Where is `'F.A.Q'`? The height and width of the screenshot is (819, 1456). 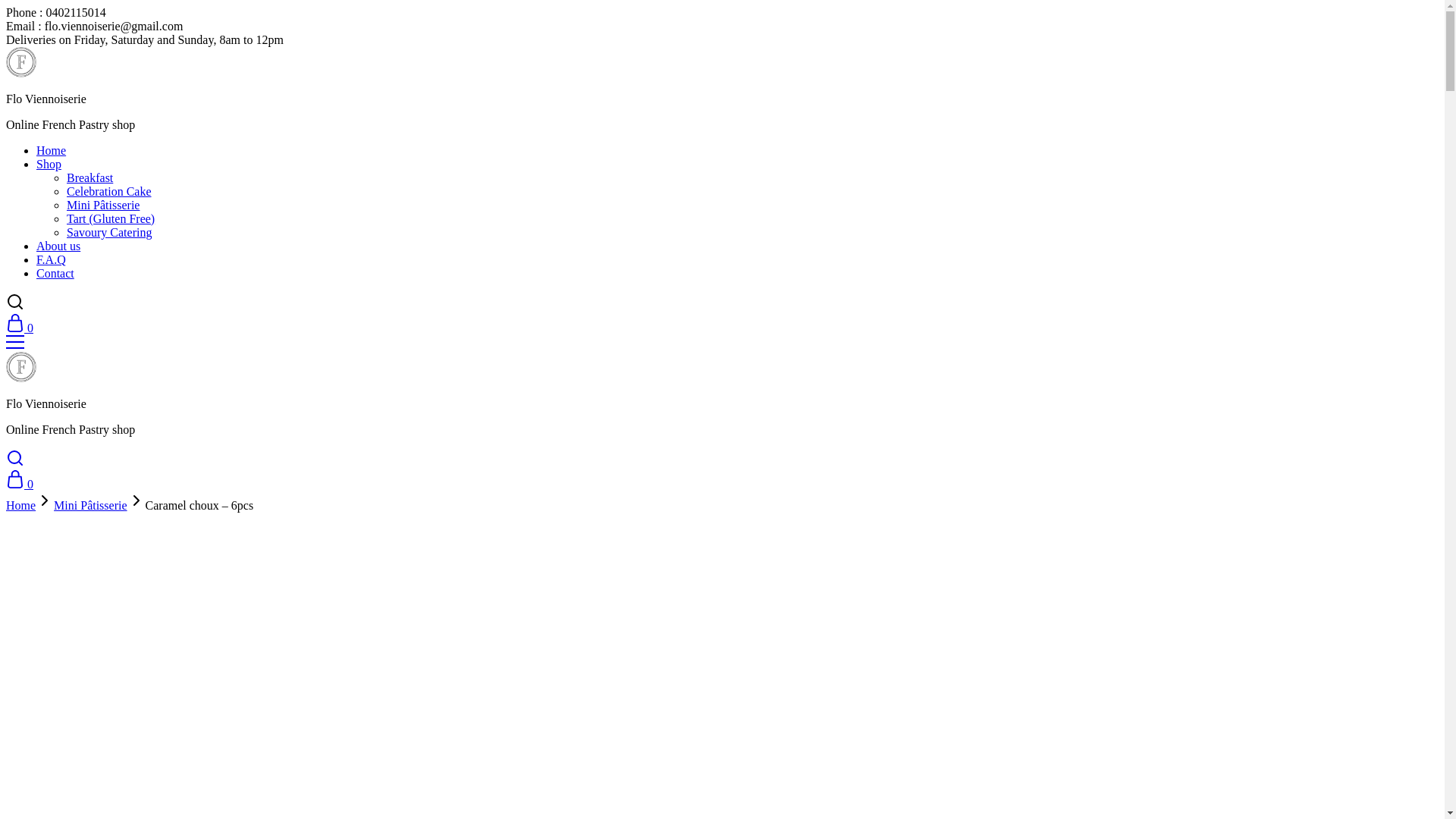
'F.A.Q' is located at coordinates (51, 259).